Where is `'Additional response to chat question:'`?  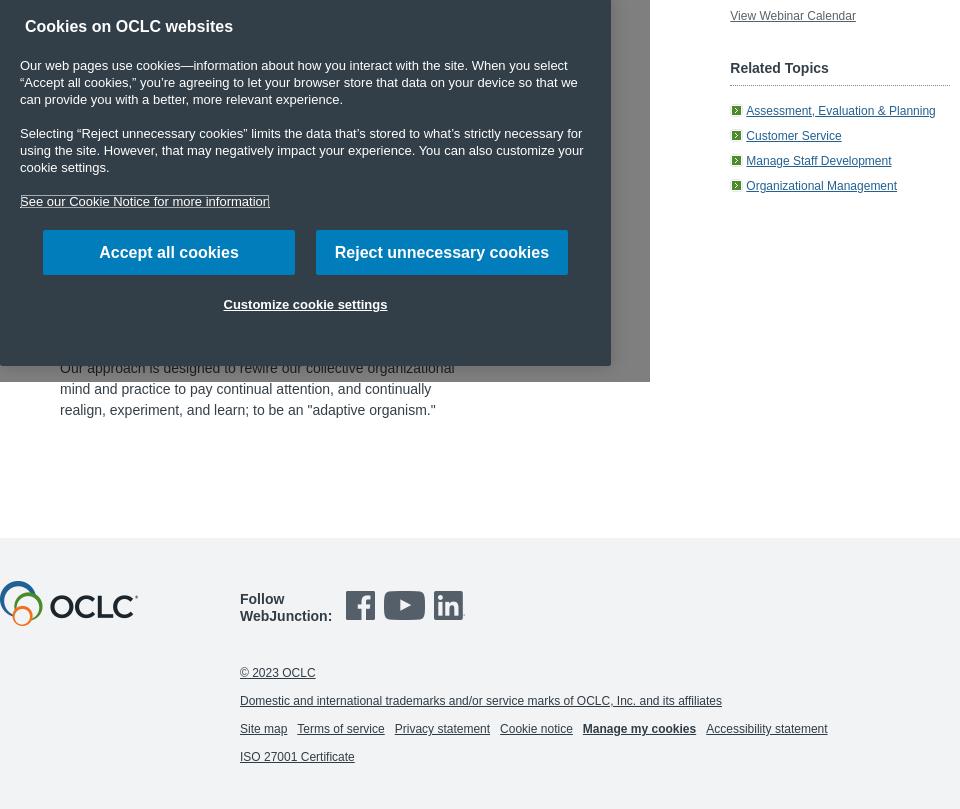 'Additional response to chat question:' is located at coordinates (148, 32).